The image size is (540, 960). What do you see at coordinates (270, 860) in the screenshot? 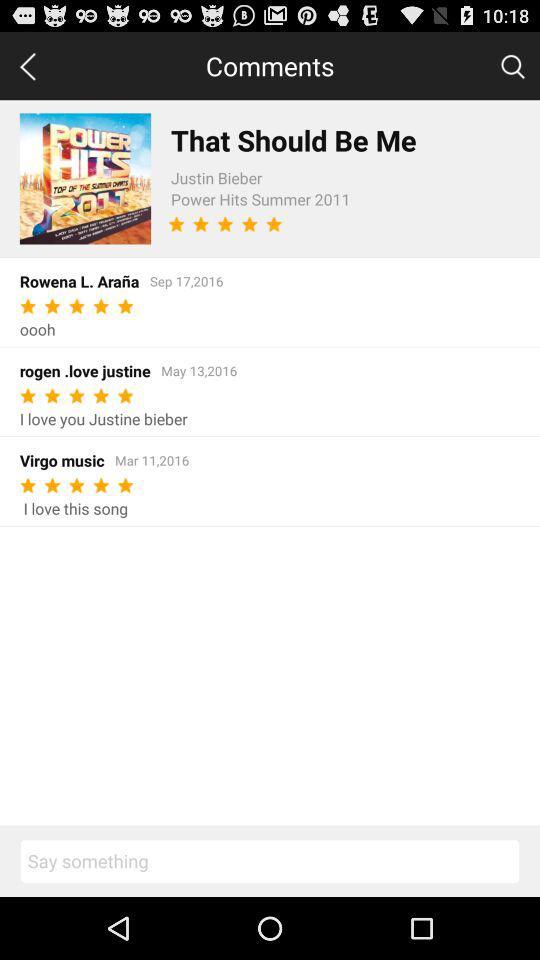
I see `comment on this song` at bounding box center [270, 860].